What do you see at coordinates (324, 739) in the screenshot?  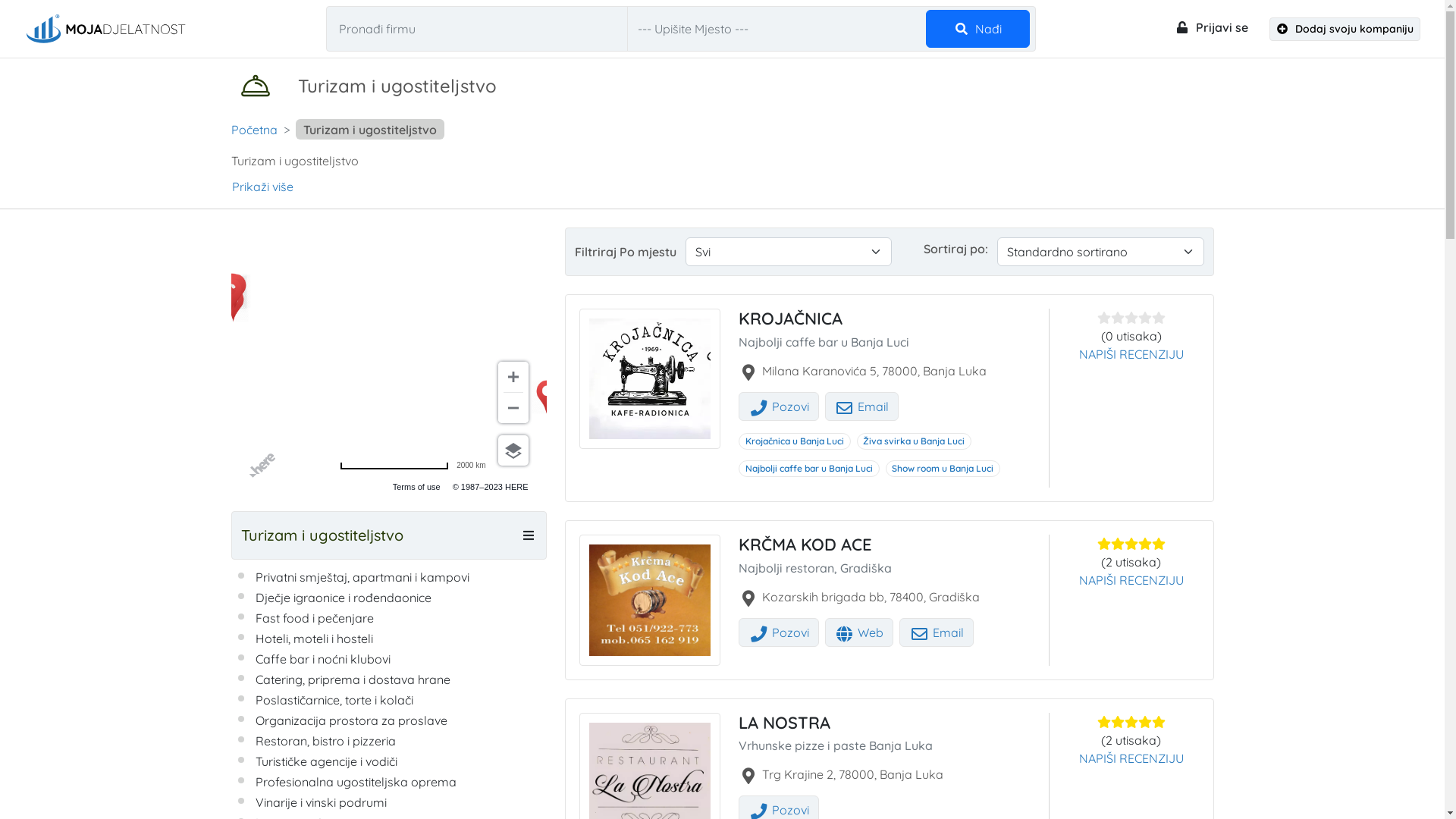 I see `'Restoran, bistro i pizzeria'` at bounding box center [324, 739].